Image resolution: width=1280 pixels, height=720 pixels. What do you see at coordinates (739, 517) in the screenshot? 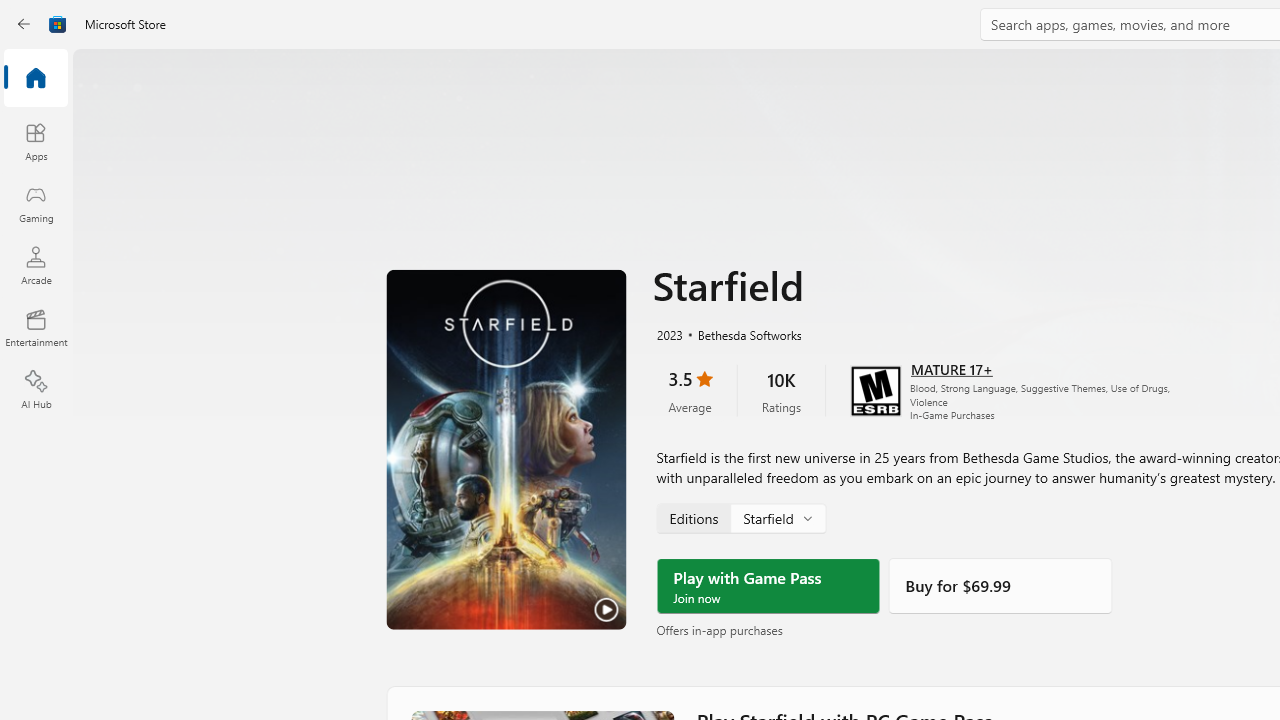
I see `'Starfield, Edition selector'` at bounding box center [739, 517].